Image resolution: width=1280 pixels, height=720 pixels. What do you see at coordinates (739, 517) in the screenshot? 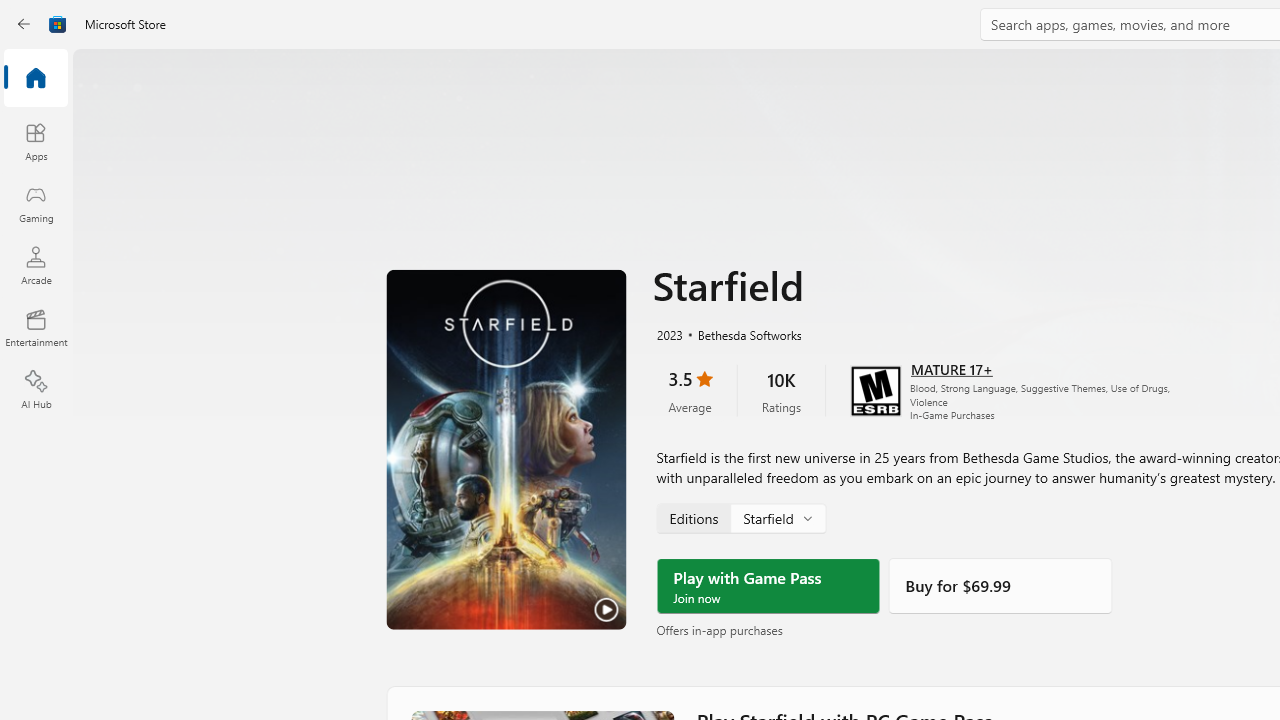
I see `'Starfield, Edition selector'` at bounding box center [739, 517].